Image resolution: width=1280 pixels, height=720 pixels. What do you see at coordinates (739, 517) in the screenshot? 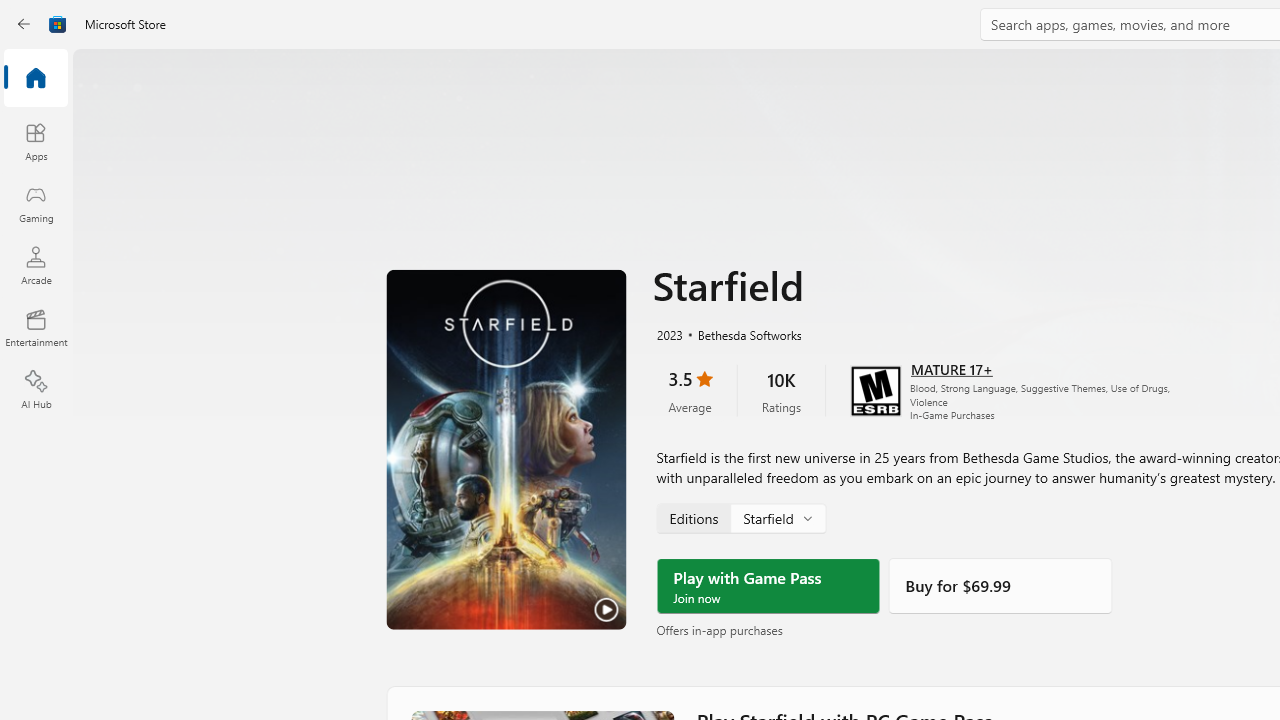
I see `'Starfield, Edition selector'` at bounding box center [739, 517].